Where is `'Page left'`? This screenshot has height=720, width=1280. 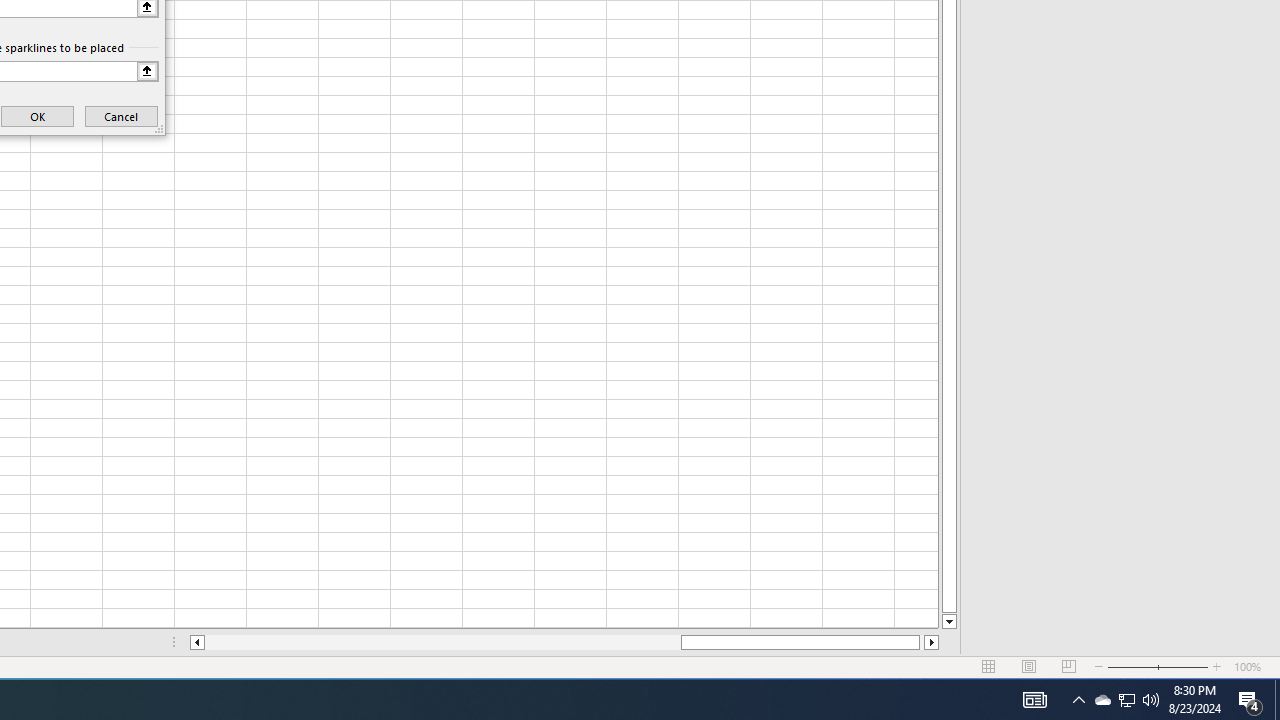
'Page left' is located at coordinates (441, 642).